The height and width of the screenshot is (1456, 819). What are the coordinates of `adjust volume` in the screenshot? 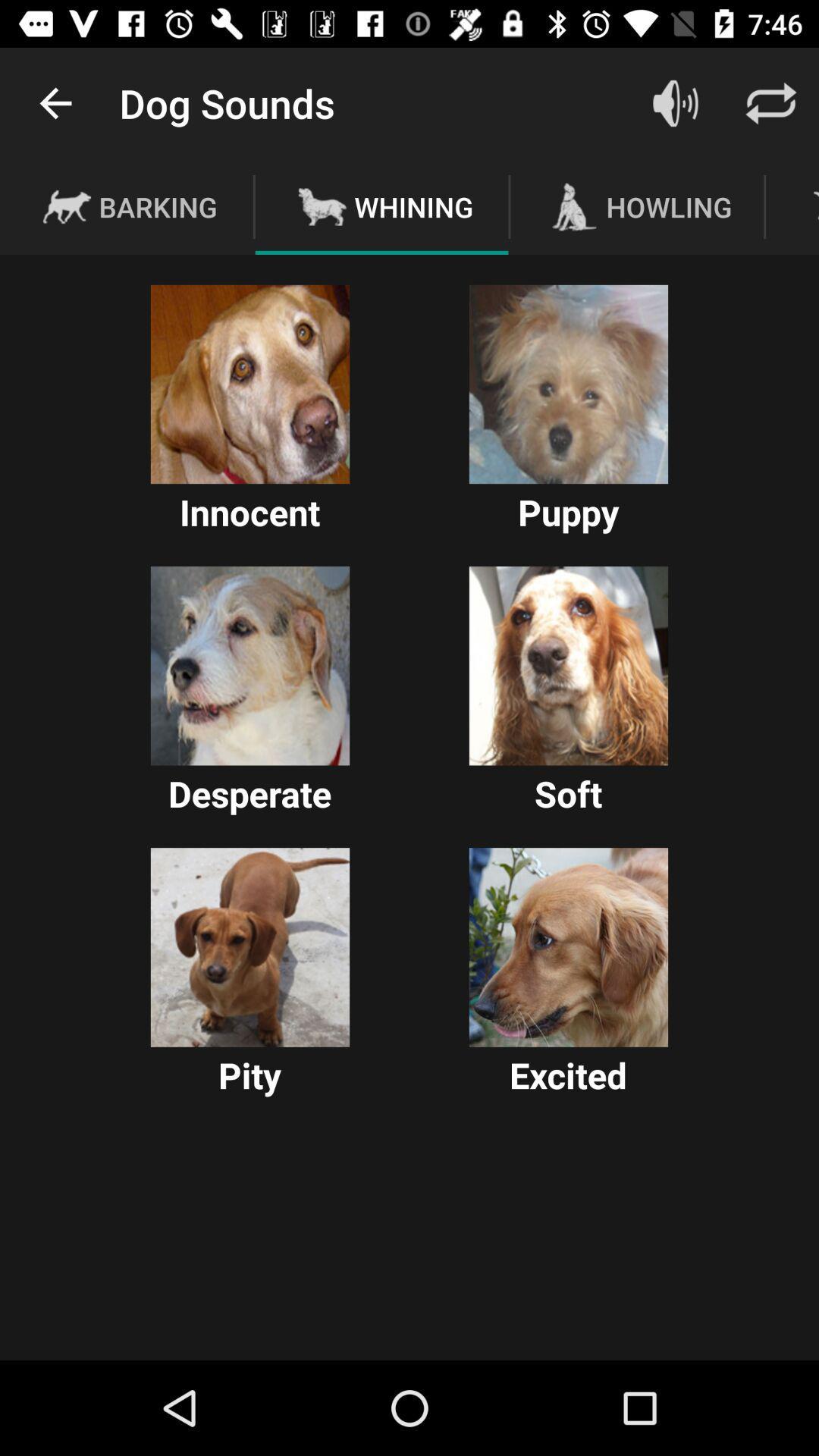 It's located at (675, 102).